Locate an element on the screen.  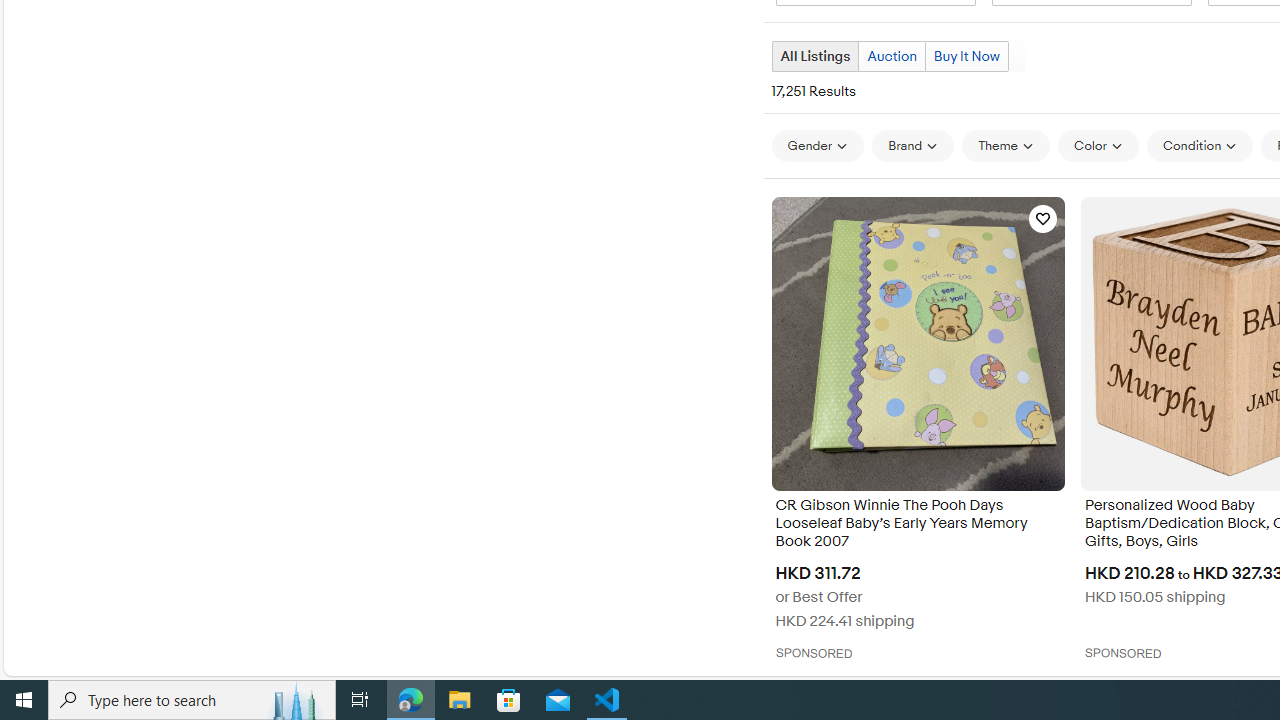
'Theme' is located at coordinates (1006, 144).